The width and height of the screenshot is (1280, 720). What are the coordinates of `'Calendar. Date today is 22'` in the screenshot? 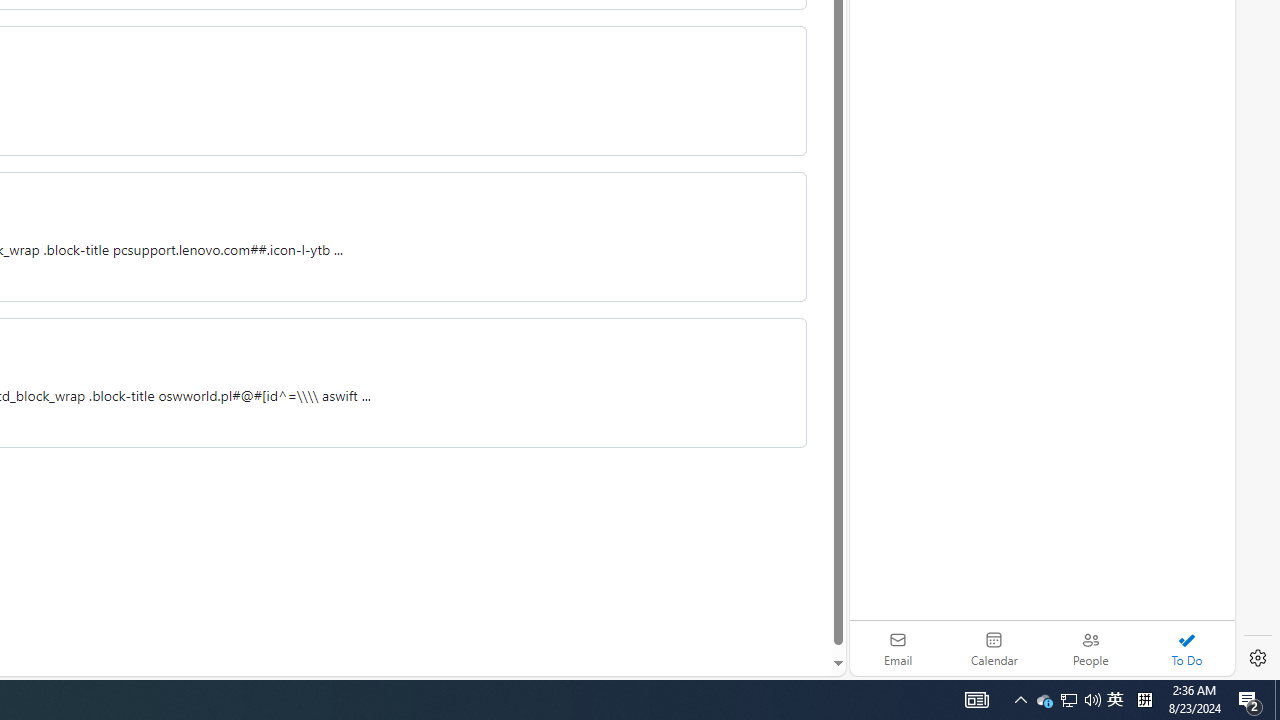 It's located at (994, 648).